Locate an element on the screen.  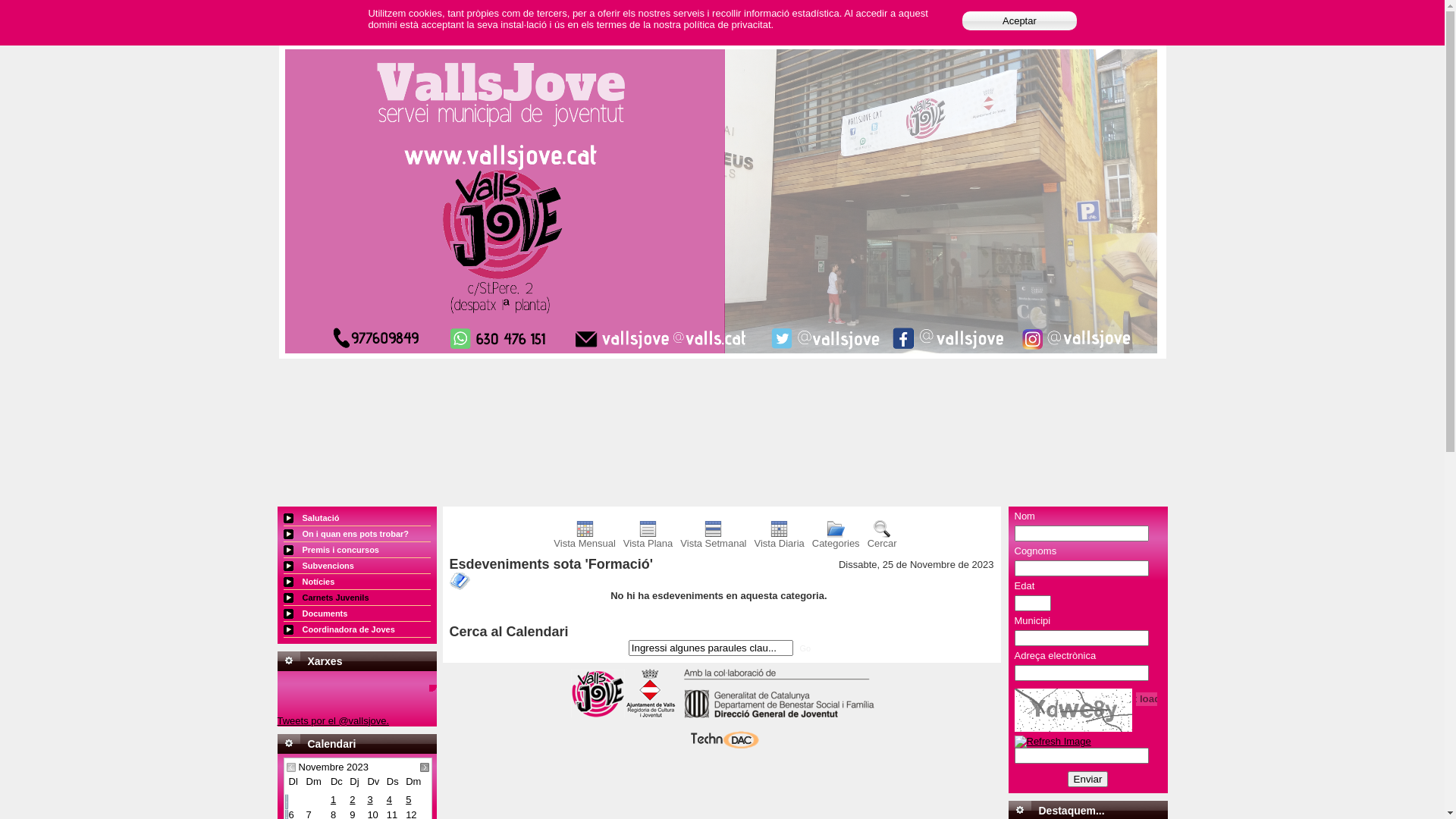
'Secretaria General de la Joventut' is located at coordinates (774, 714).